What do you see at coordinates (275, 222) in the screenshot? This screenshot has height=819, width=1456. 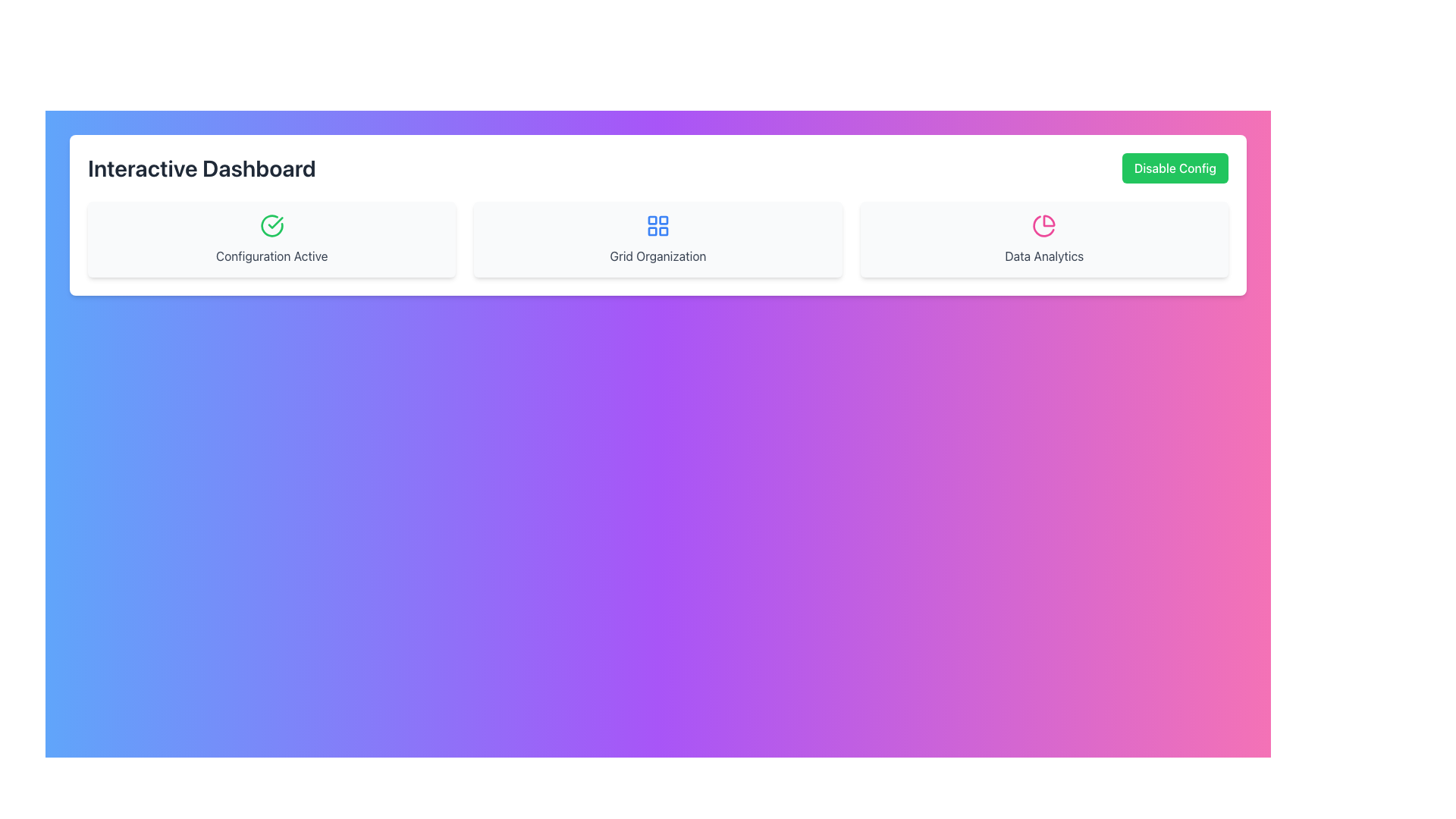 I see `the green check mark icon, which is part of the circular outline in the first card on the left of the dashboard, positioned above the text labeled 'Configuration Active' for visual confirmation` at bounding box center [275, 222].